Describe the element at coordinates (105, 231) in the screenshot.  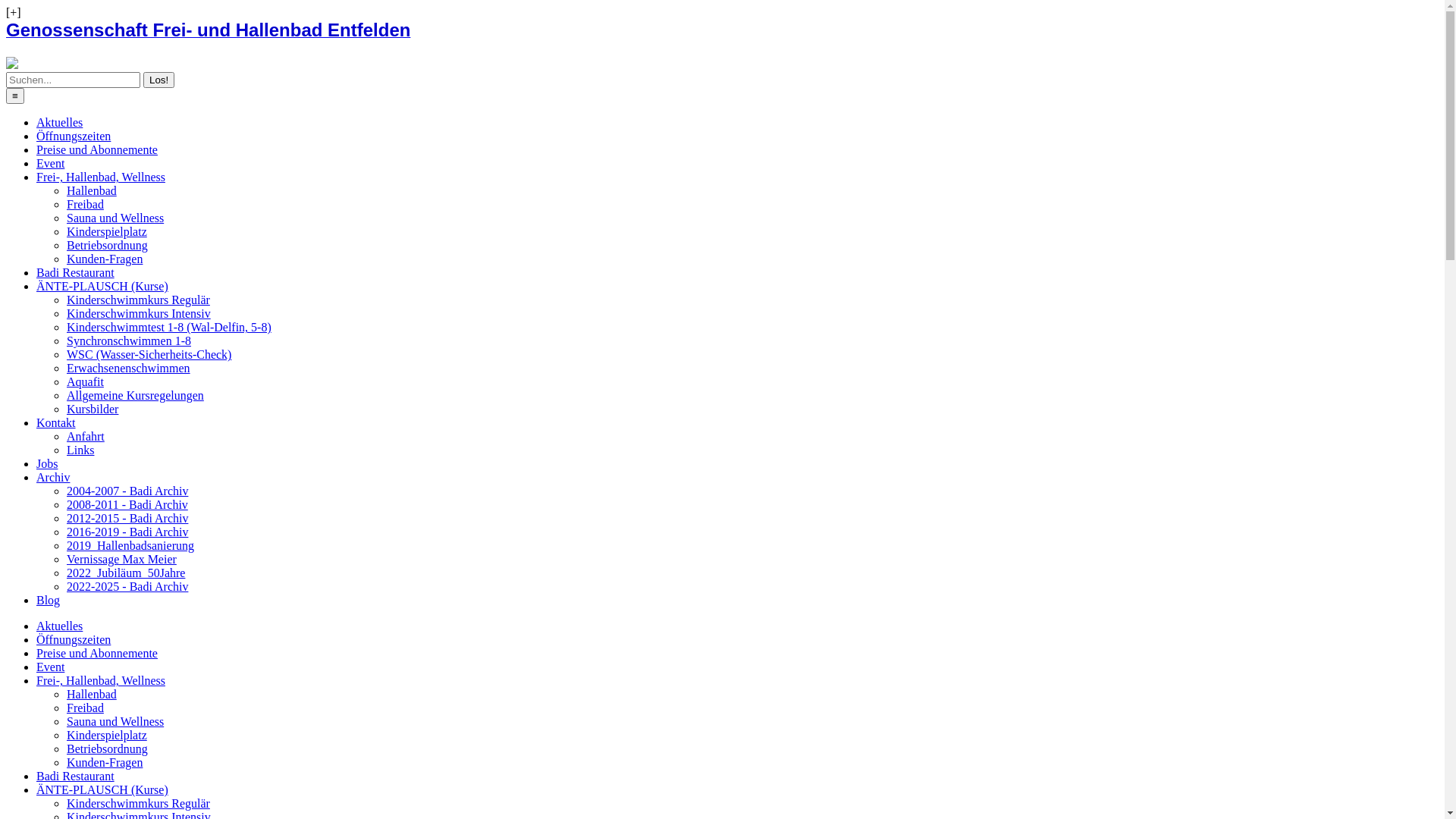
I see `'Kinderspielplatz'` at that location.